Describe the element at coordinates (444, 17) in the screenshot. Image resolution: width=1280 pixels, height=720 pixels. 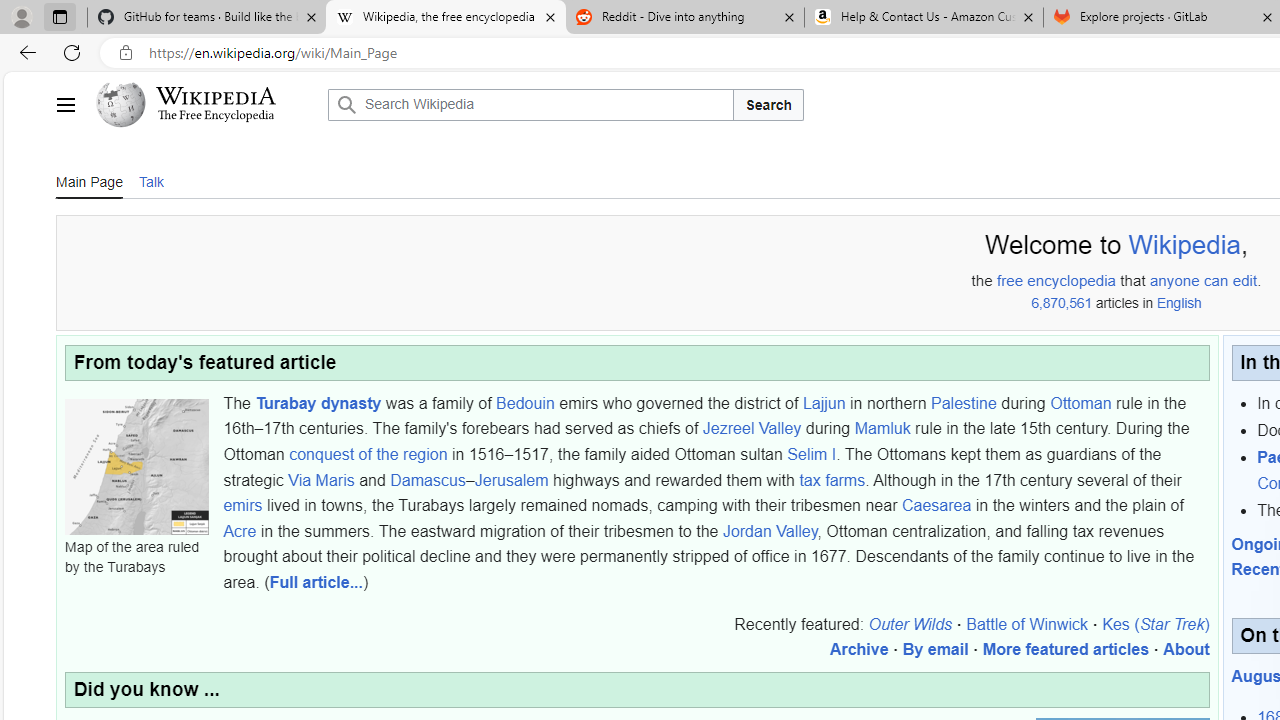
I see `'Wikipedia, the free encyclopedia'` at that location.